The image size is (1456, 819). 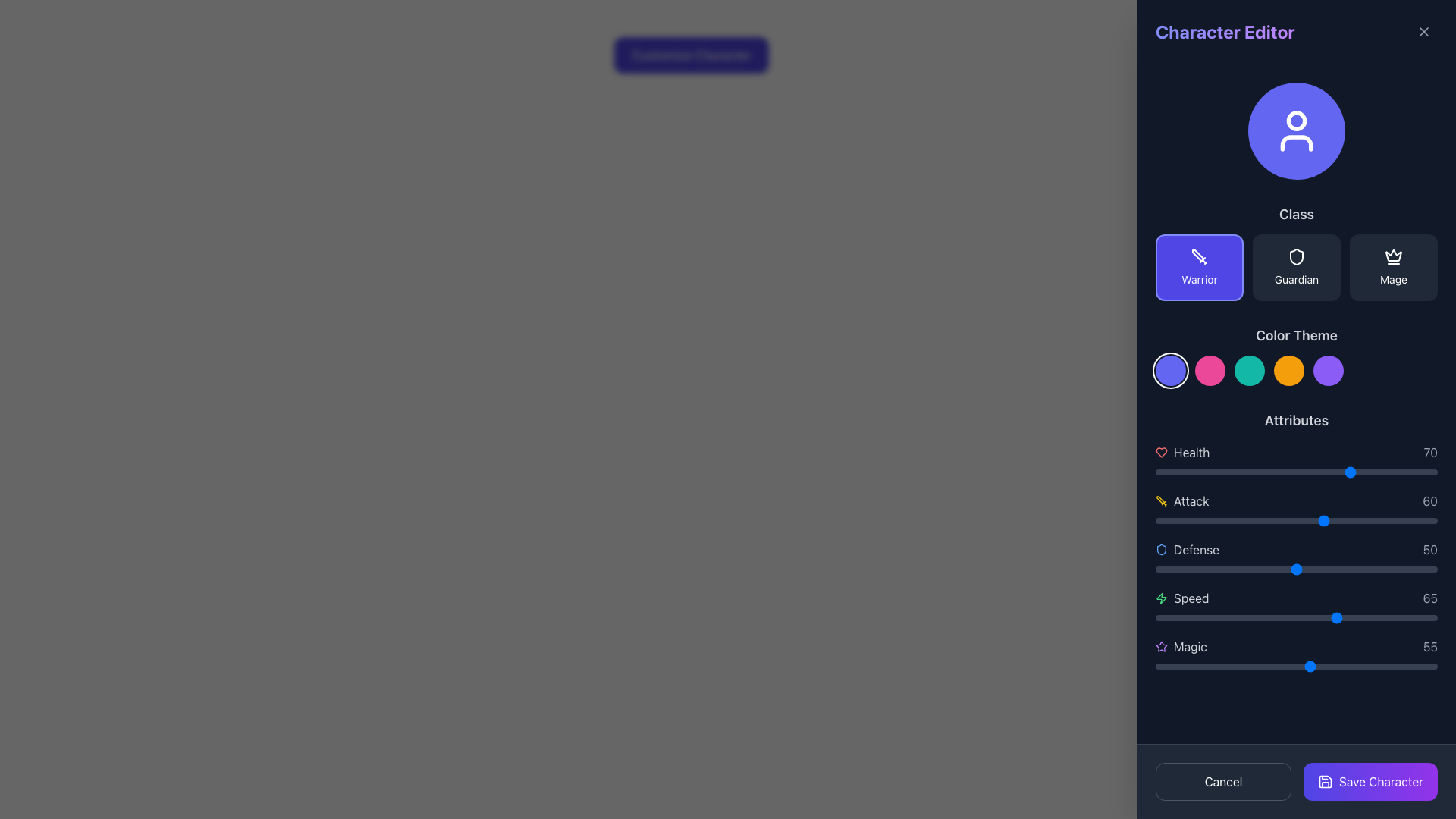 What do you see at coordinates (1285, 570) in the screenshot?
I see `the defense attribute` at bounding box center [1285, 570].